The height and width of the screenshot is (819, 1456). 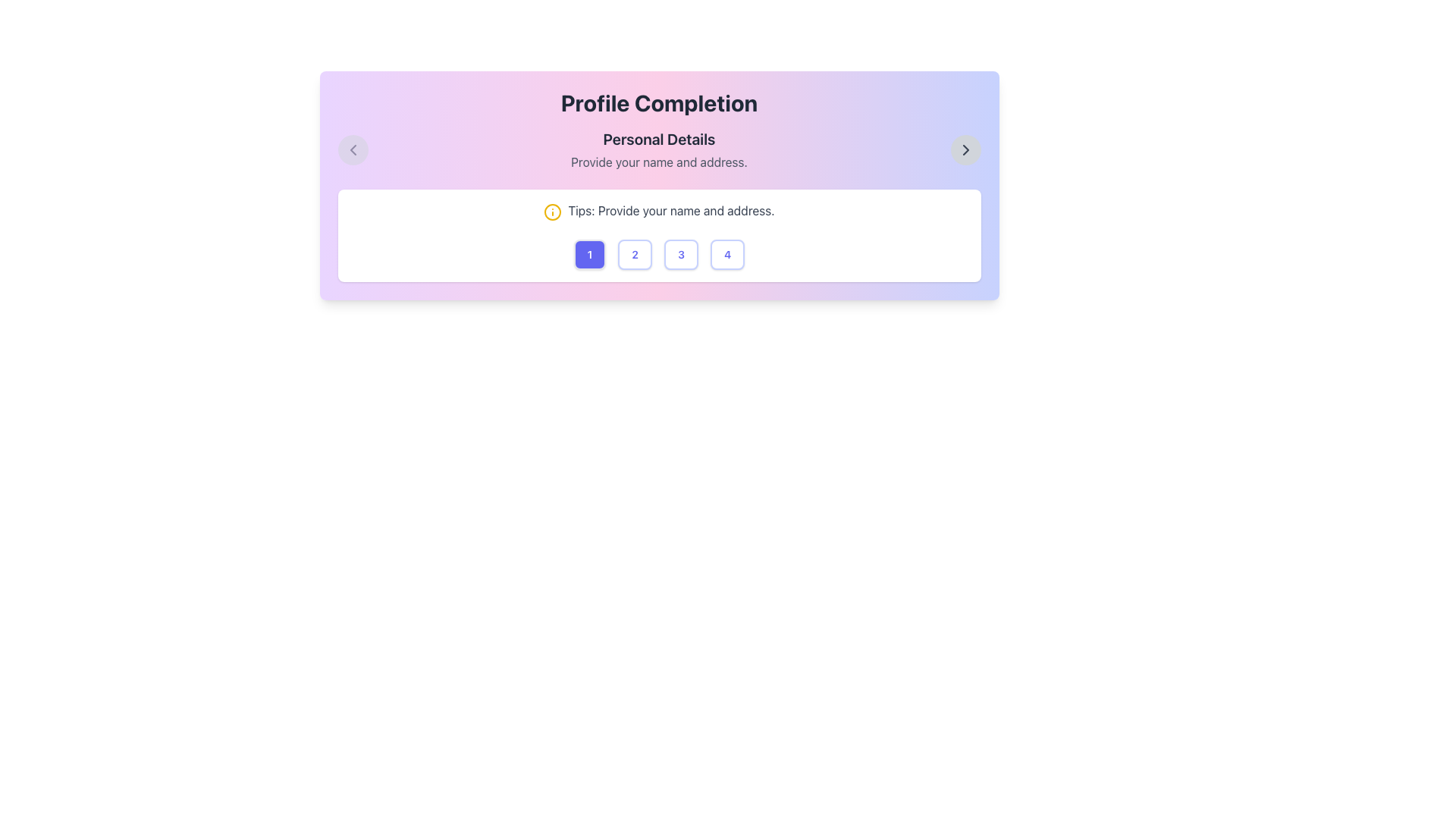 I want to click on the third step indicator button in the Profile Completion section, so click(x=680, y=253).